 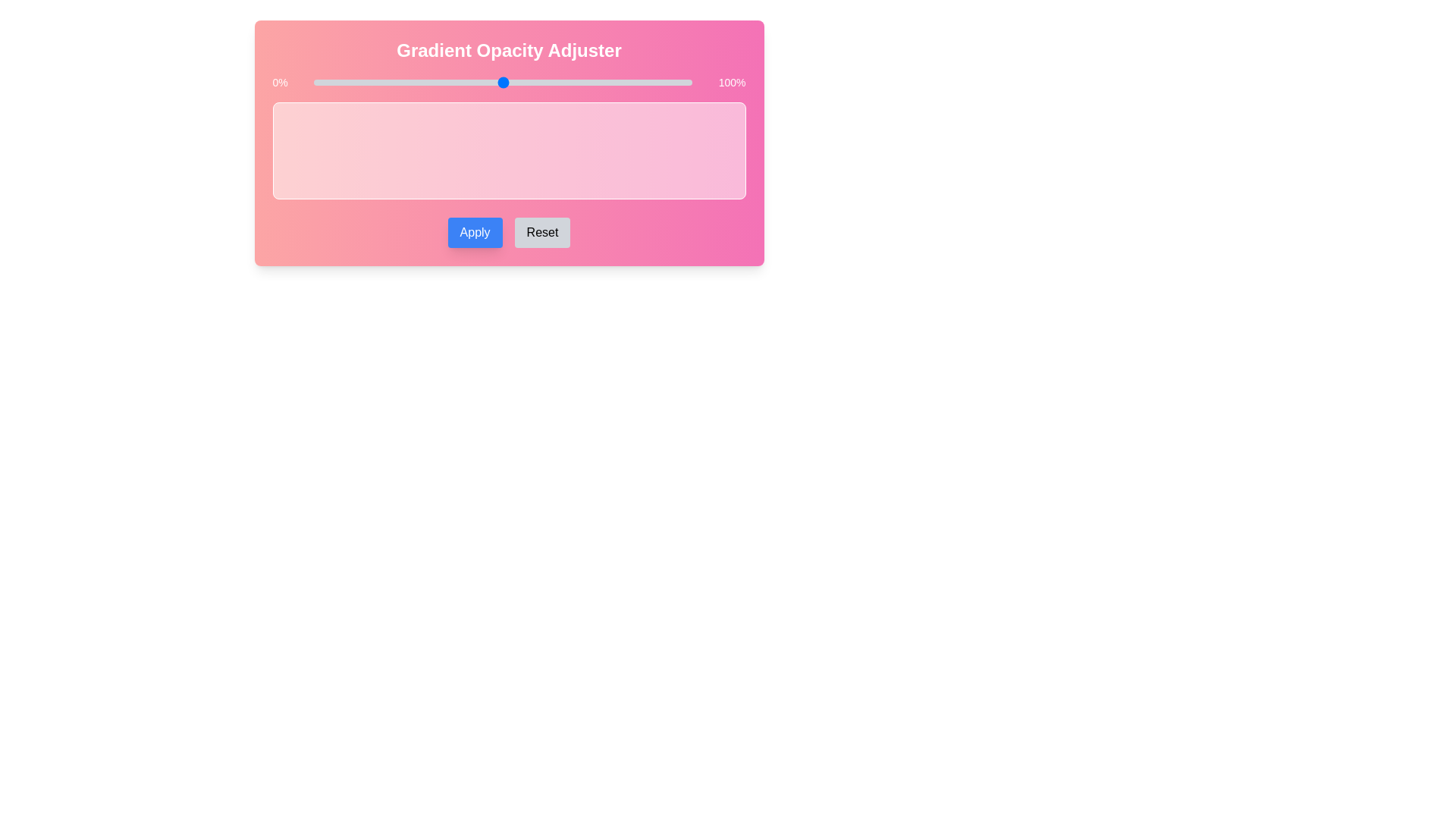 What do you see at coordinates (370, 82) in the screenshot?
I see `the opacity to 15% using the slider` at bounding box center [370, 82].